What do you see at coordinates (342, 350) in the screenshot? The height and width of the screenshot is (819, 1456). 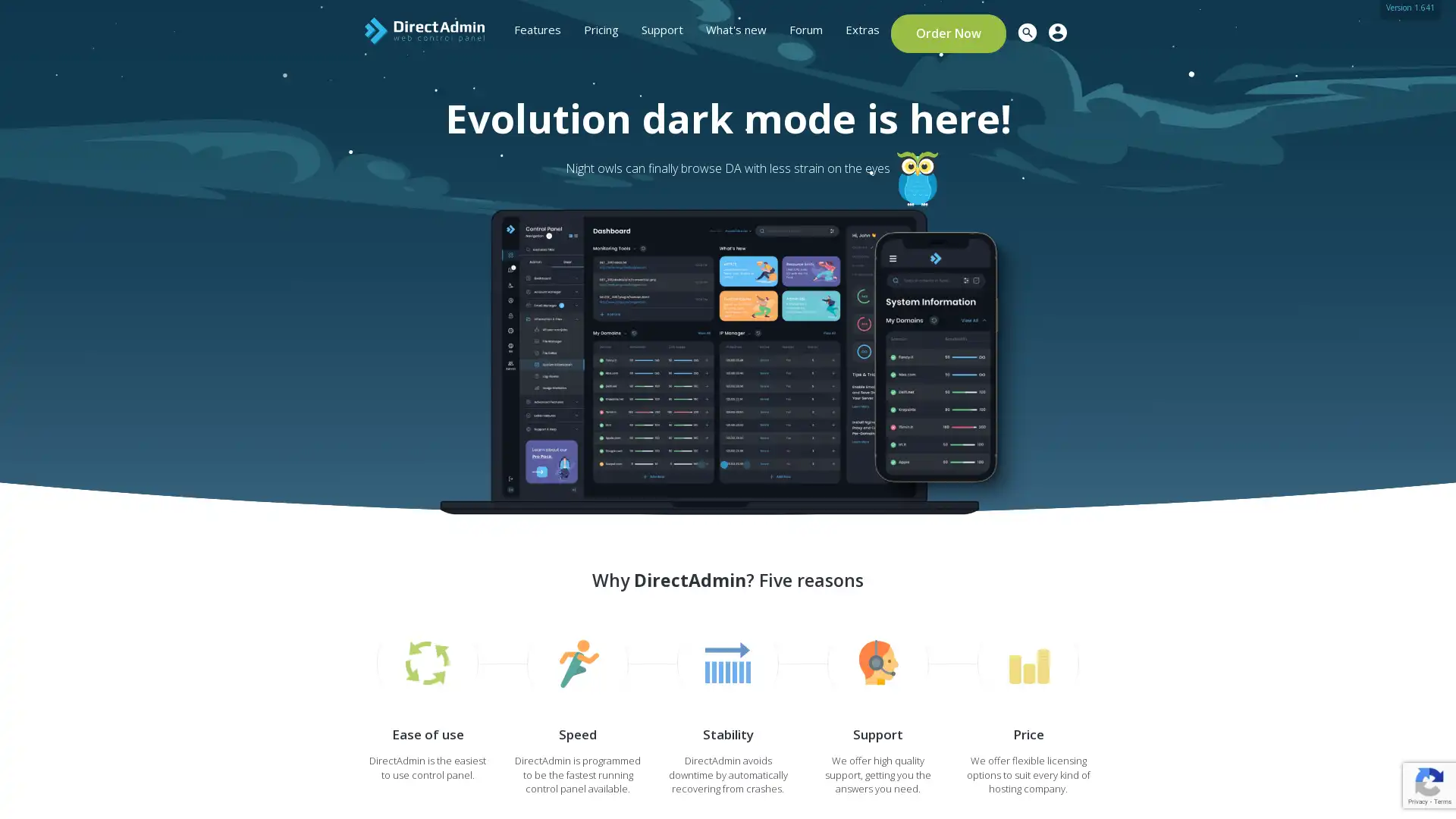 I see `See more` at bounding box center [342, 350].